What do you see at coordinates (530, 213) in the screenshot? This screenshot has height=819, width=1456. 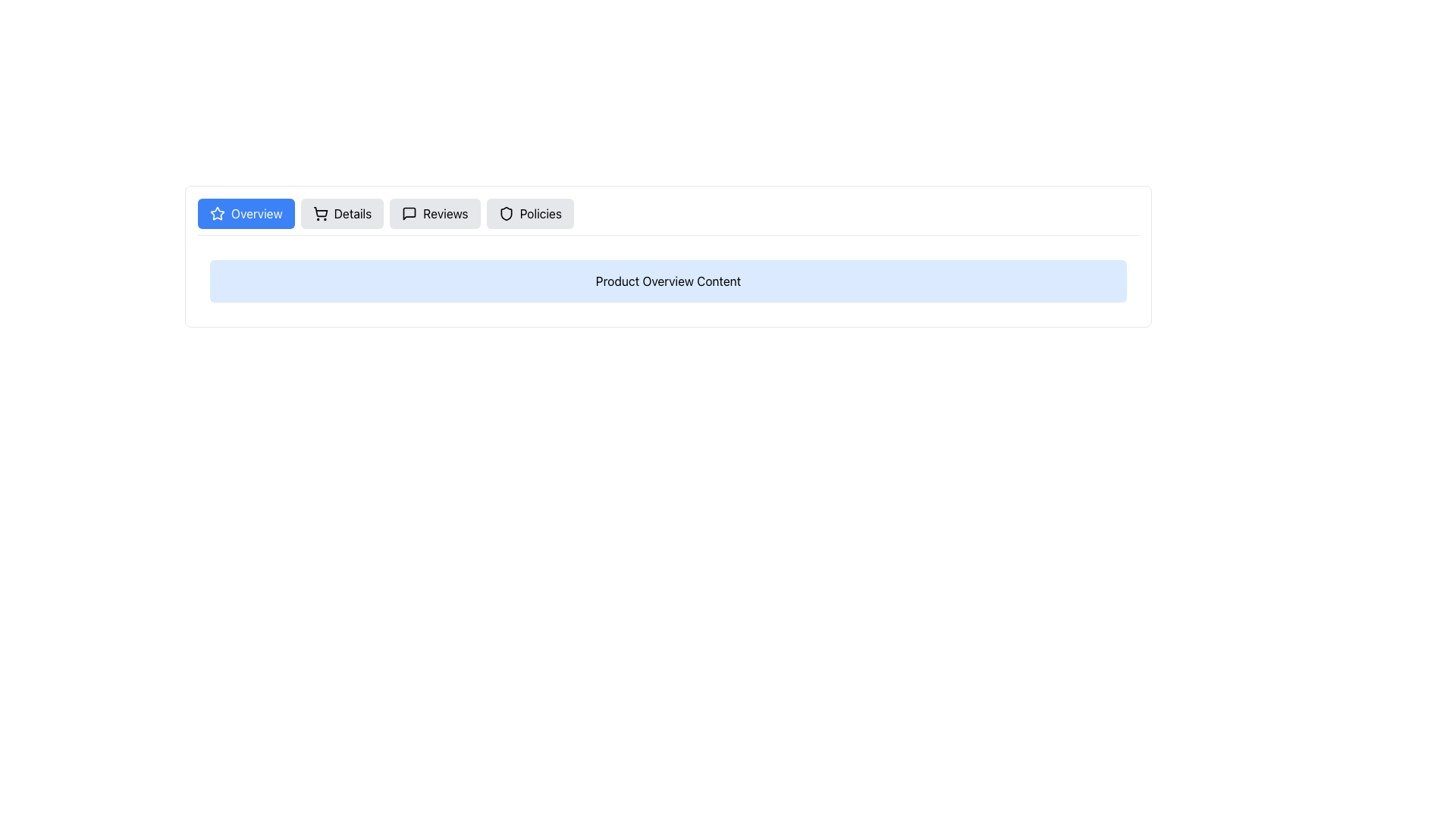 I see `the fourth tab in the navigation bar` at bounding box center [530, 213].